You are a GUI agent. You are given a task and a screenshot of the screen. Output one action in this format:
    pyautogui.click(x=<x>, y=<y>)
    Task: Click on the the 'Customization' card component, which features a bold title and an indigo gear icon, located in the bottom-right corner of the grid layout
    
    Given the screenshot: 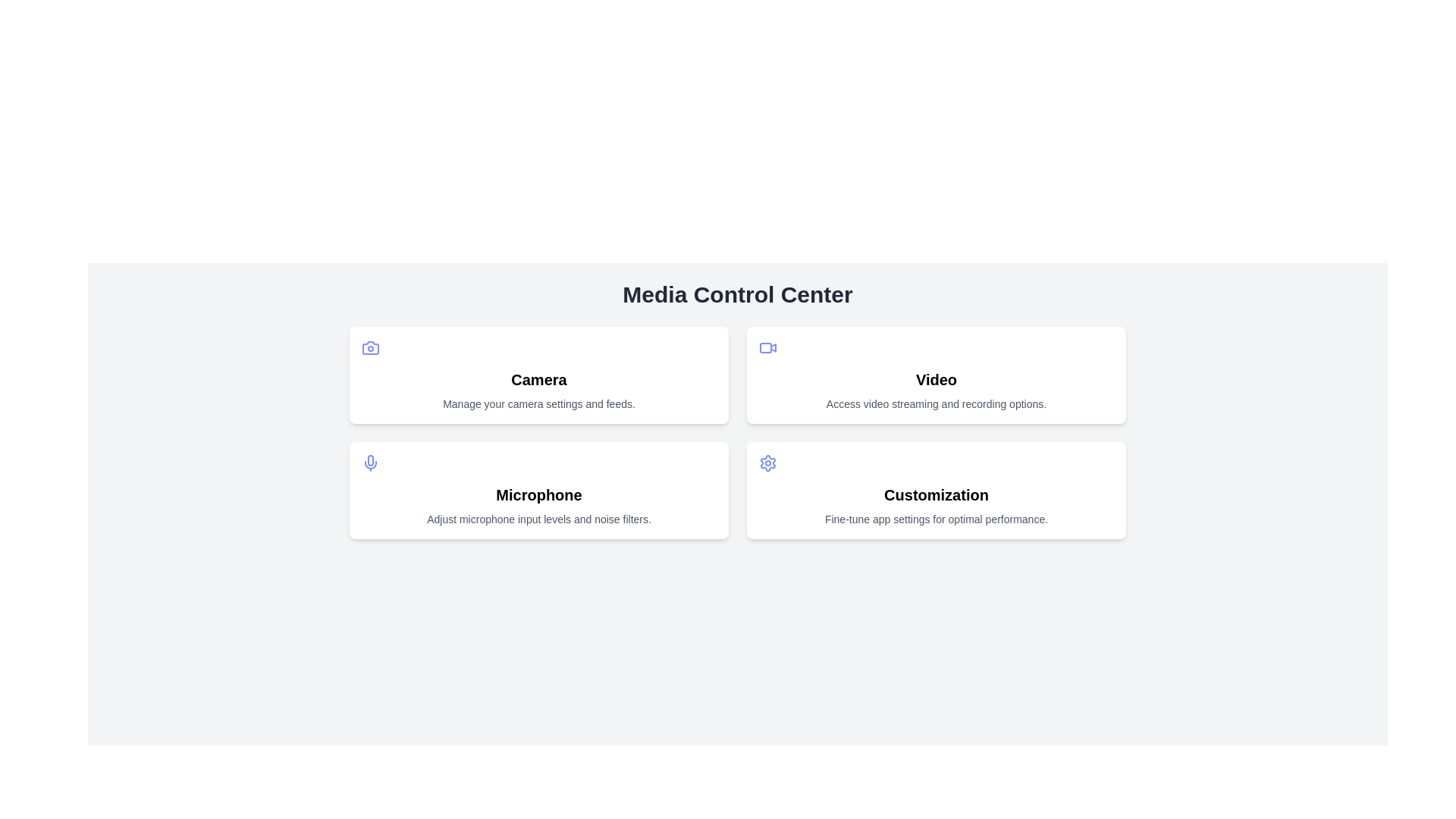 What is the action you would take?
    pyautogui.click(x=935, y=491)
    